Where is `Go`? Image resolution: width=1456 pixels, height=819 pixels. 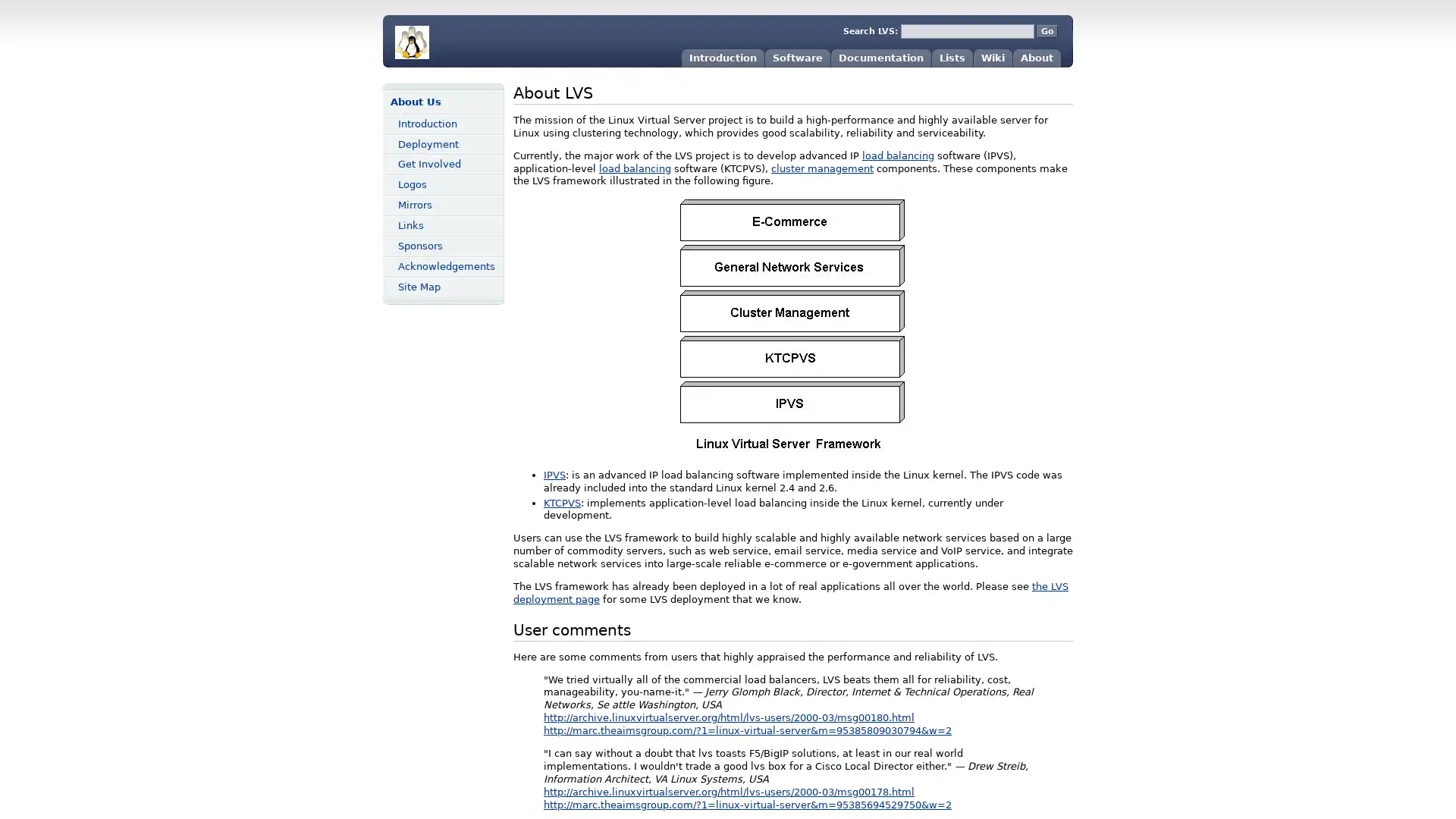
Go is located at coordinates (1046, 31).